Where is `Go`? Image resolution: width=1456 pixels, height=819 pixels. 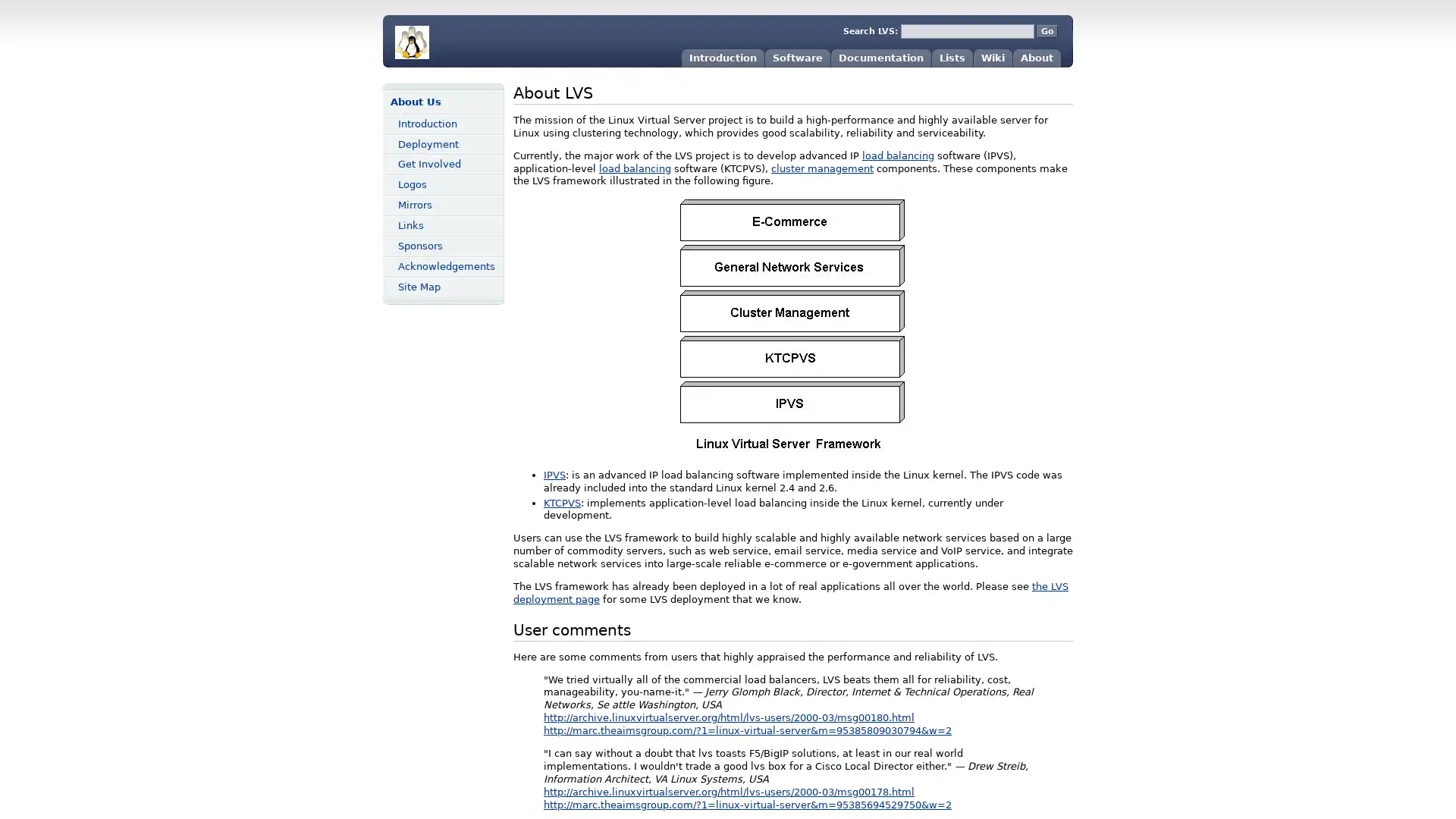
Go is located at coordinates (1046, 31).